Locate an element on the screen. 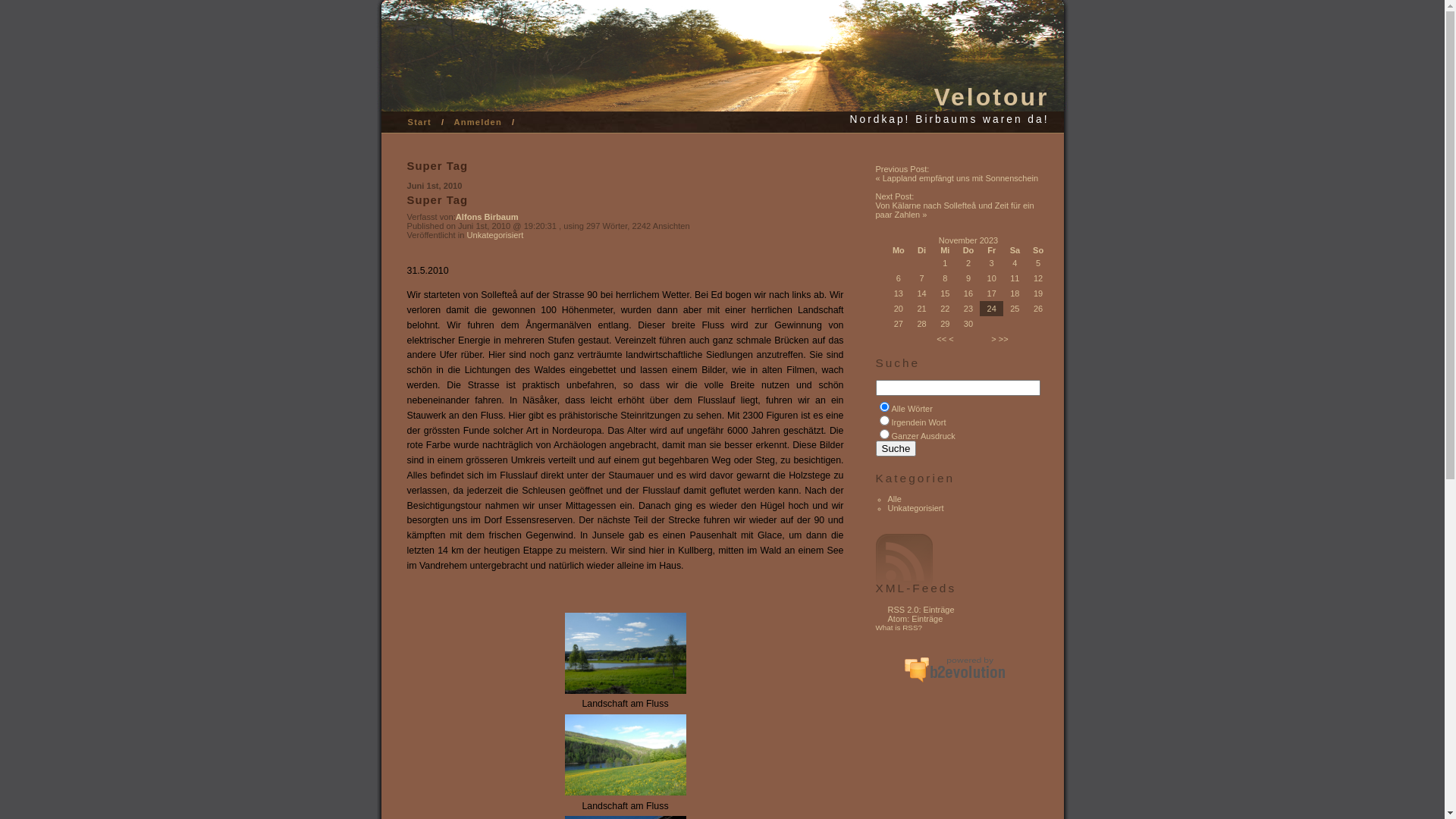 This screenshot has height=819, width=1456. 'Alle' is located at coordinates (887, 499).